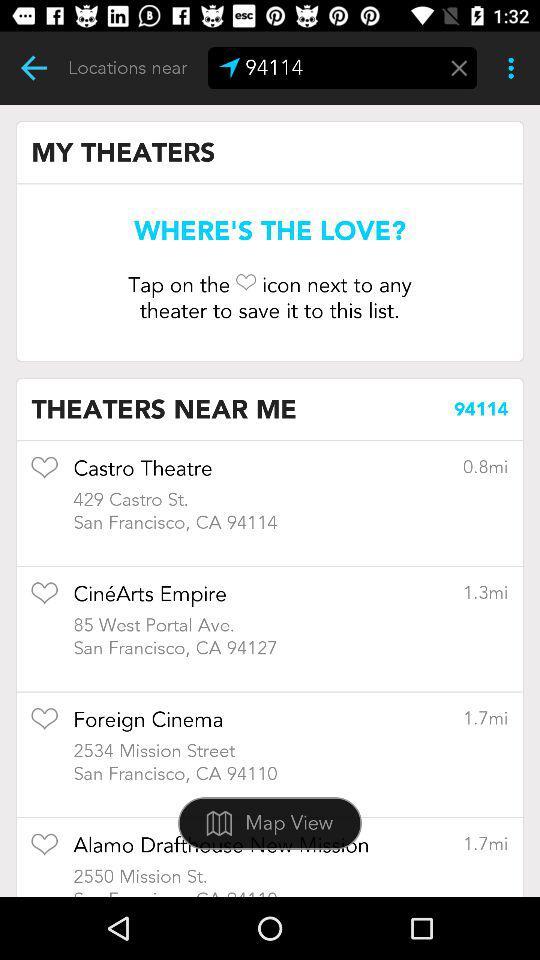 The height and width of the screenshot is (960, 540). I want to click on erase text, so click(459, 68).